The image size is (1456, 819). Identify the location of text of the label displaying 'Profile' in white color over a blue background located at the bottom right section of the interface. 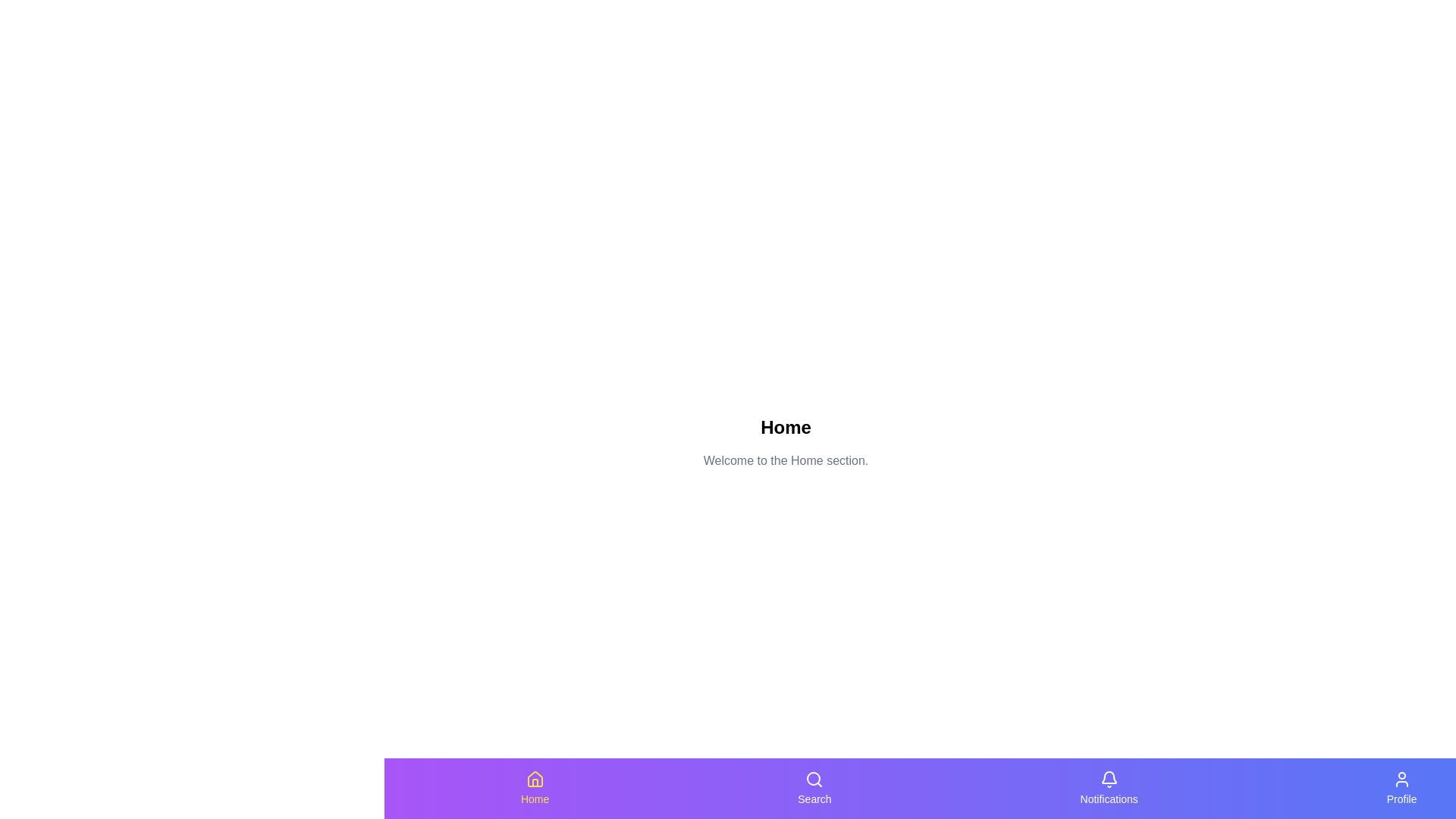
(1401, 798).